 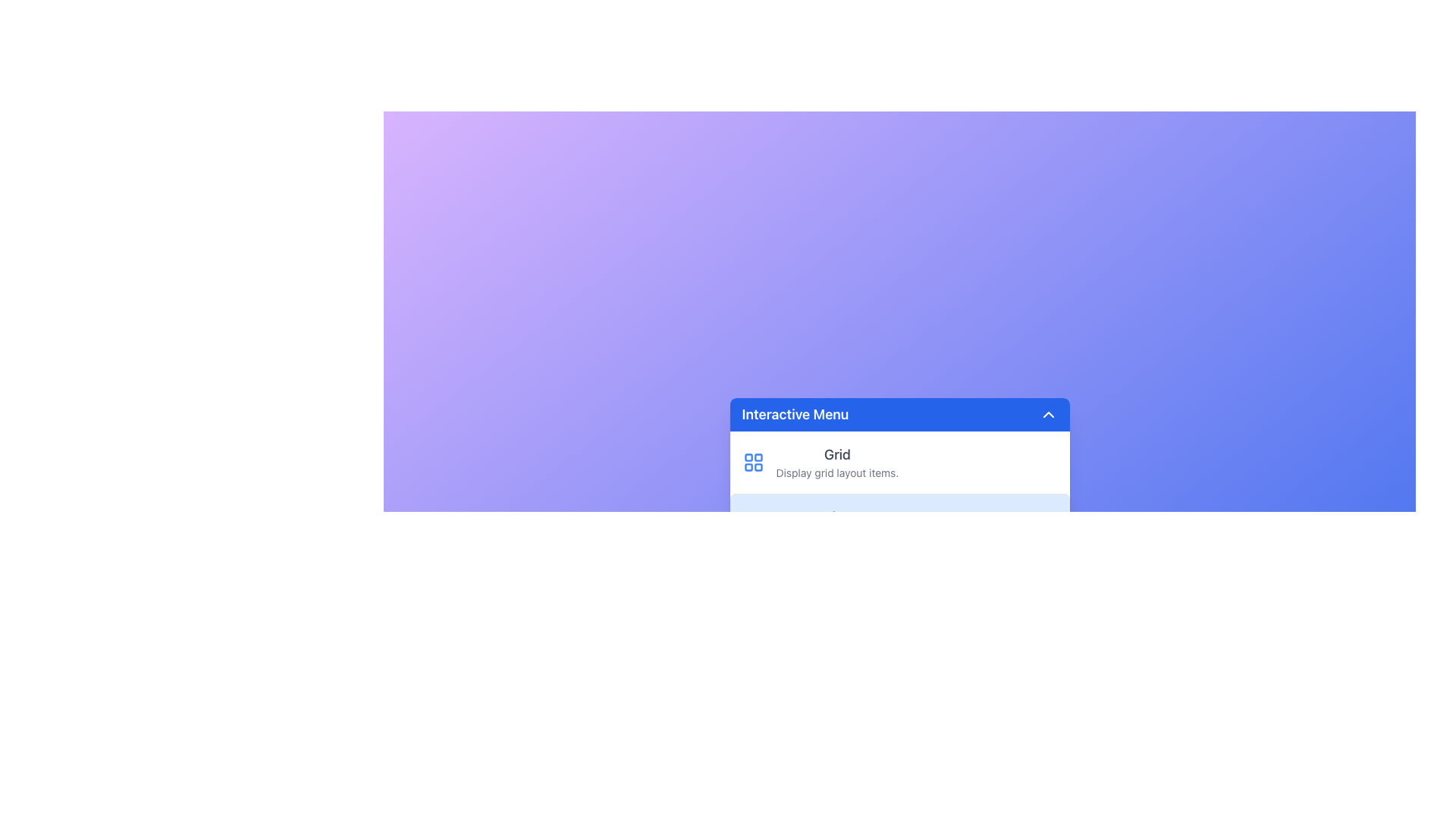 What do you see at coordinates (753, 461) in the screenshot?
I see `the blue grid-like icon consisting of four small squares arranged in a 2x2 pattern` at bounding box center [753, 461].